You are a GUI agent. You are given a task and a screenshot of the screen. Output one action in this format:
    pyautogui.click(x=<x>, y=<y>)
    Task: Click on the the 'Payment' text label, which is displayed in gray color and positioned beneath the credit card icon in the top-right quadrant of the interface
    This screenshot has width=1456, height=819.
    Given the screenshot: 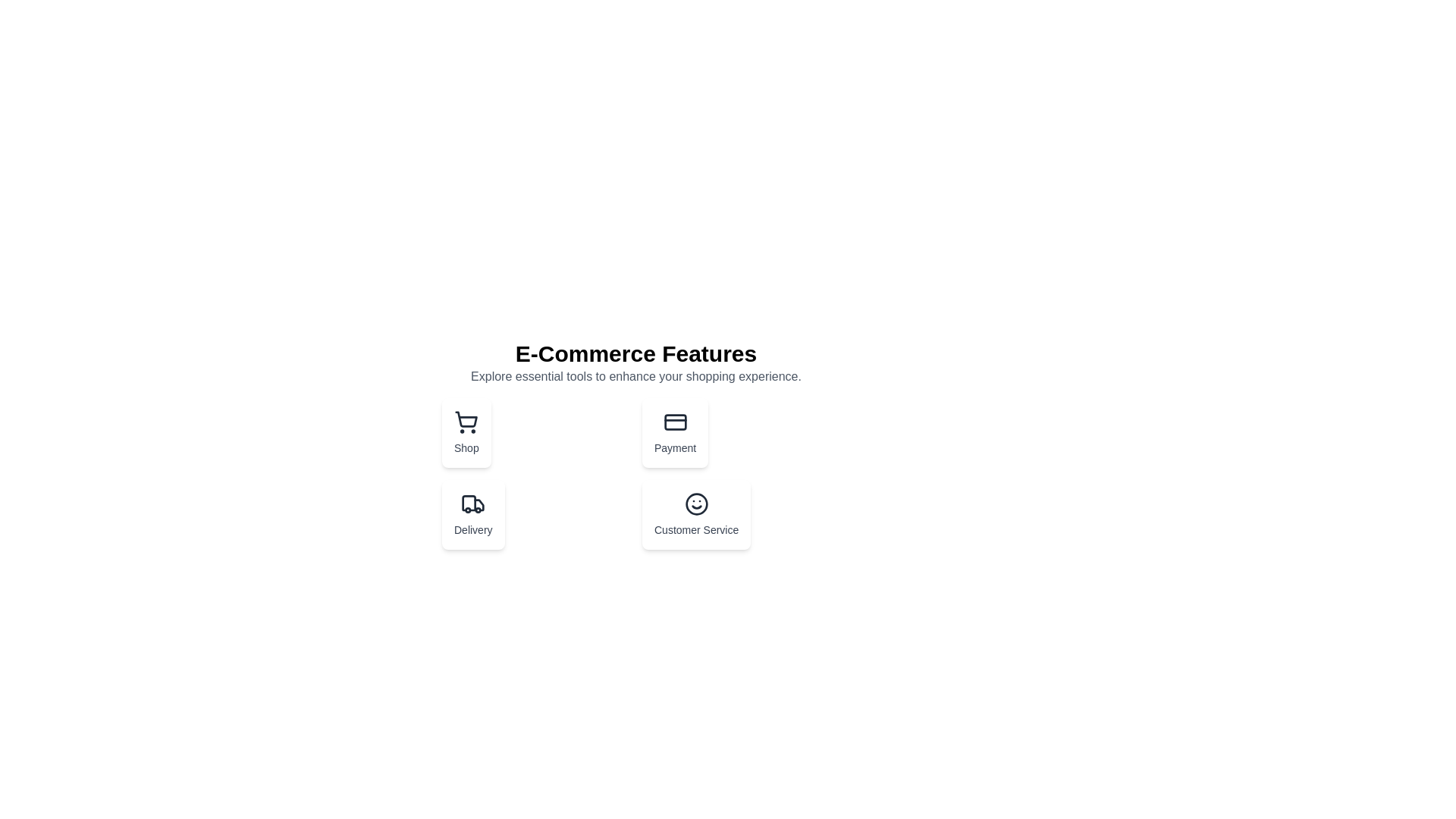 What is the action you would take?
    pyautogui.click(x=674, y=447)
    